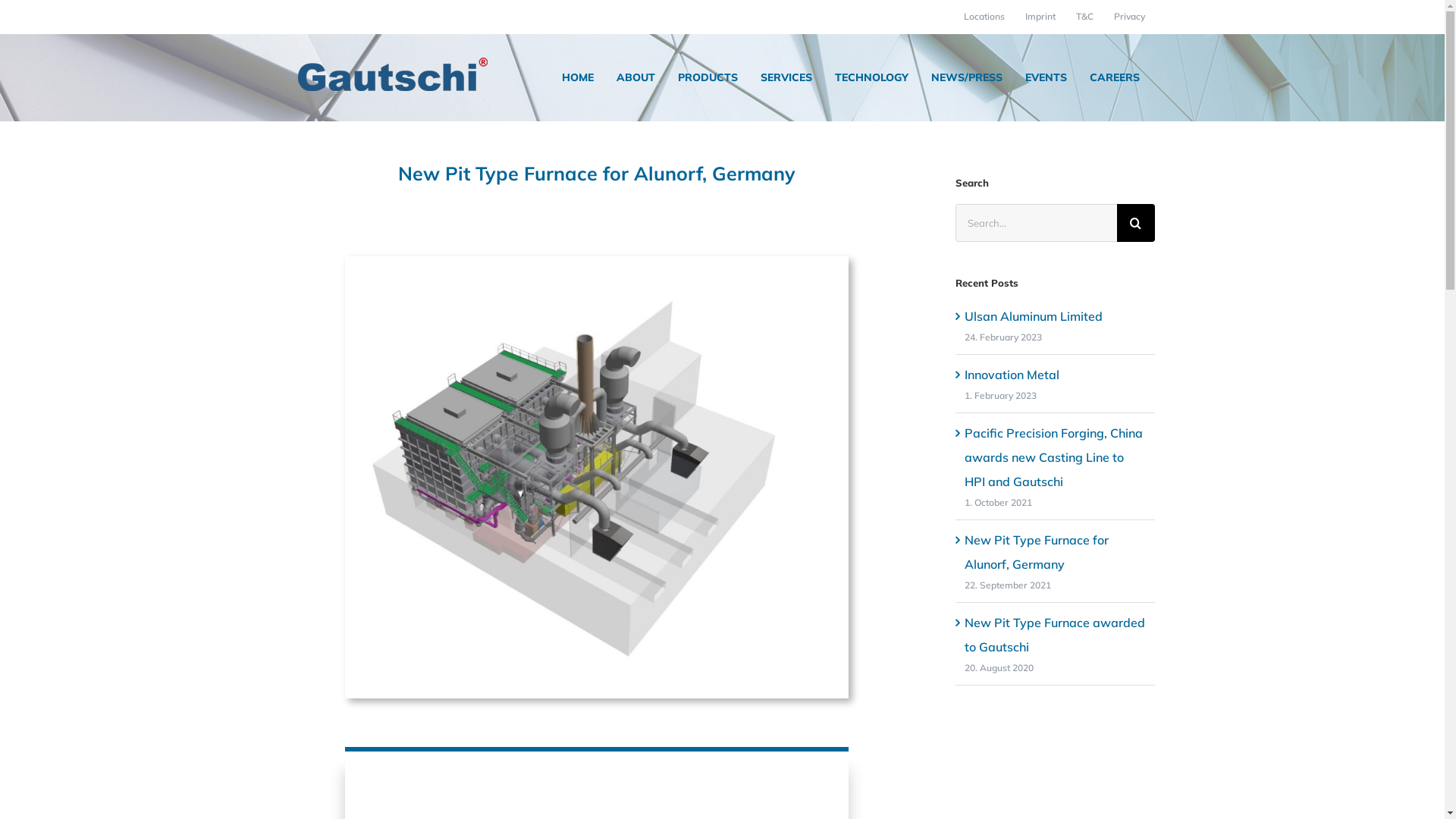 The image size is (1456, 819). What do you see at coordinates (635, 77) in the screenshot?
I see `'ABOUT'` at bounding box center [635, 77].